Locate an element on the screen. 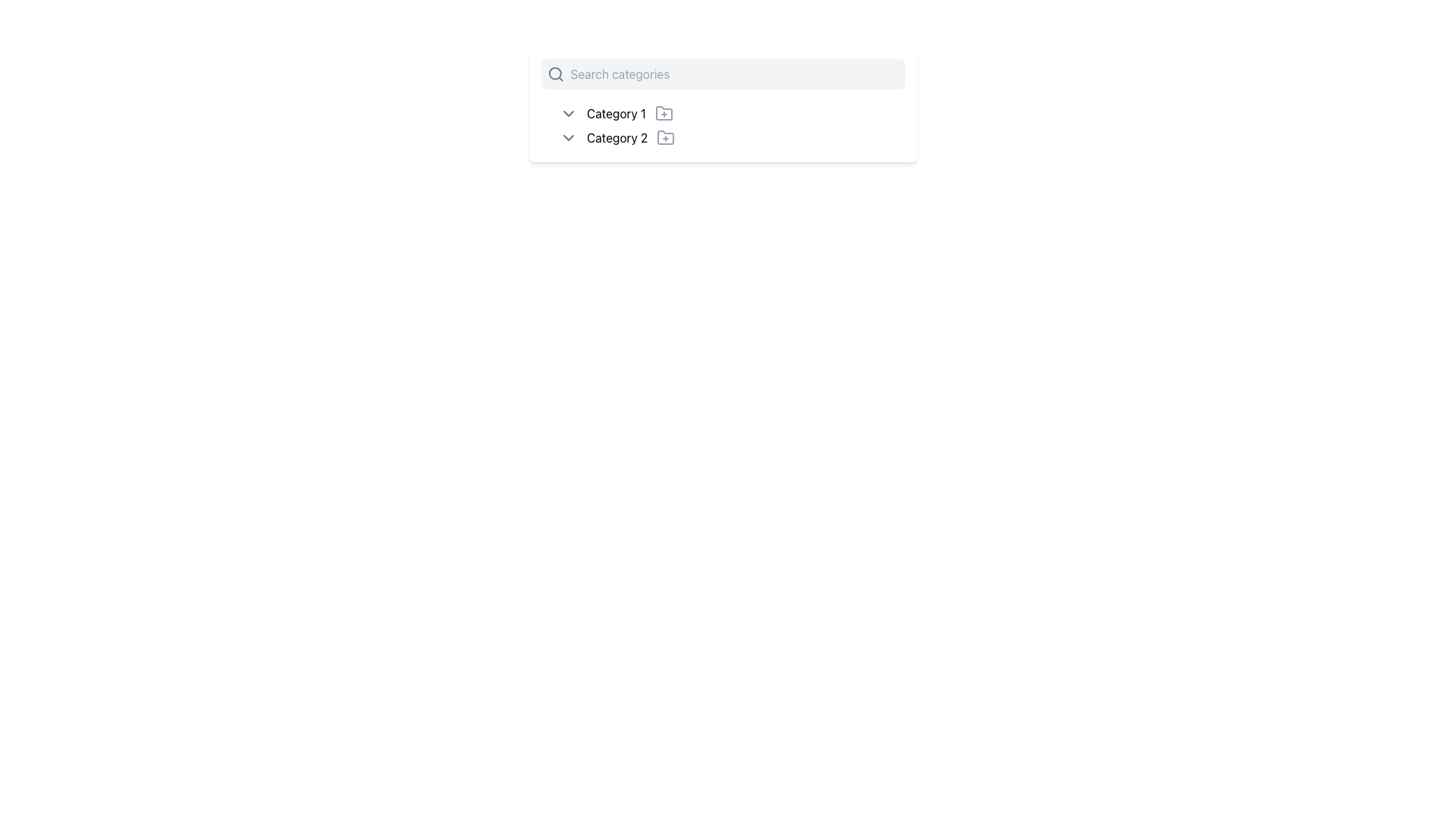  the downward-pointing chevron icon styled in gray, located to the left of the text 'Category 1' is located at coordinates (567, 113).